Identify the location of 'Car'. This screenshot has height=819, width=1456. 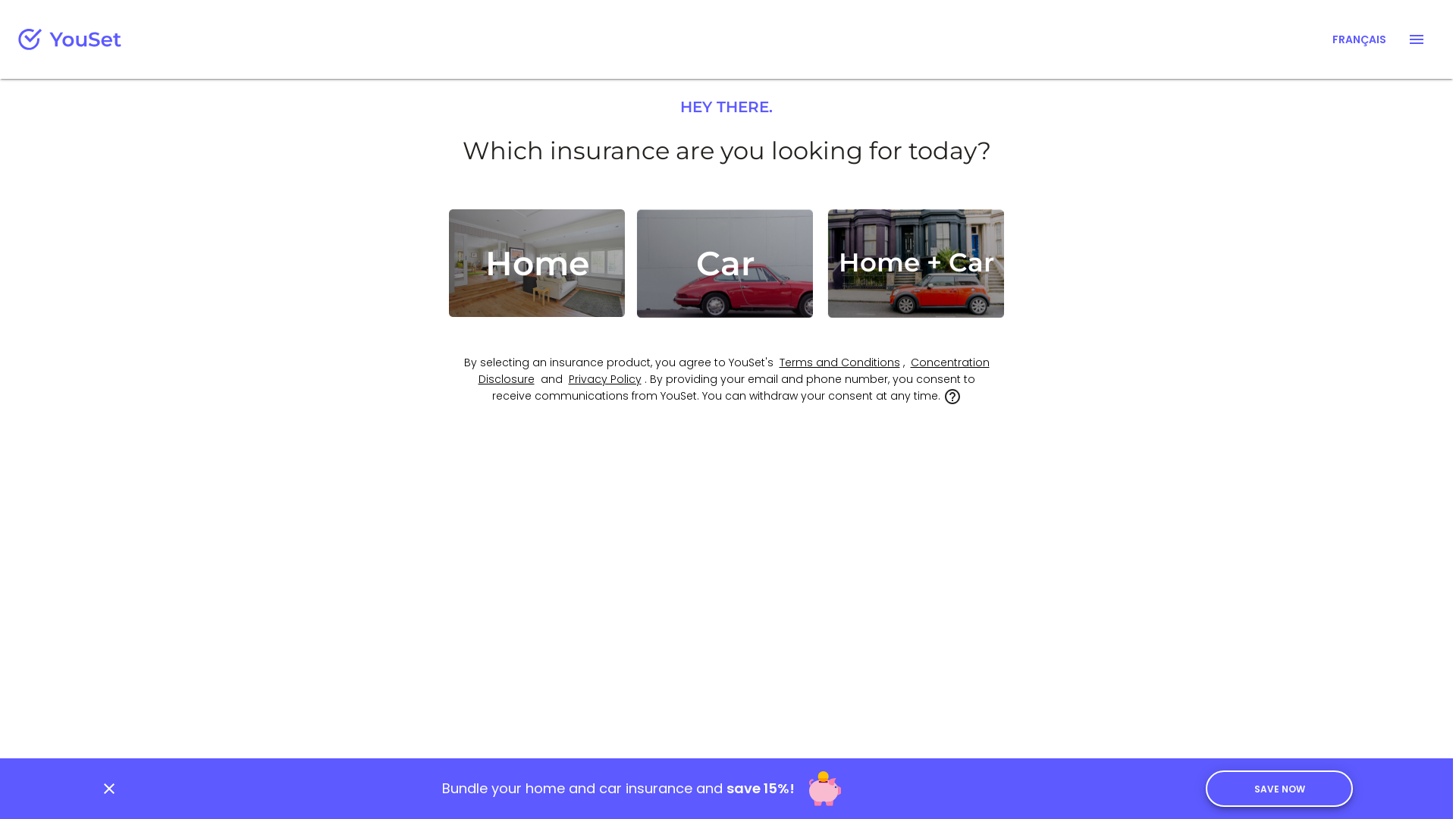
(723, 262).